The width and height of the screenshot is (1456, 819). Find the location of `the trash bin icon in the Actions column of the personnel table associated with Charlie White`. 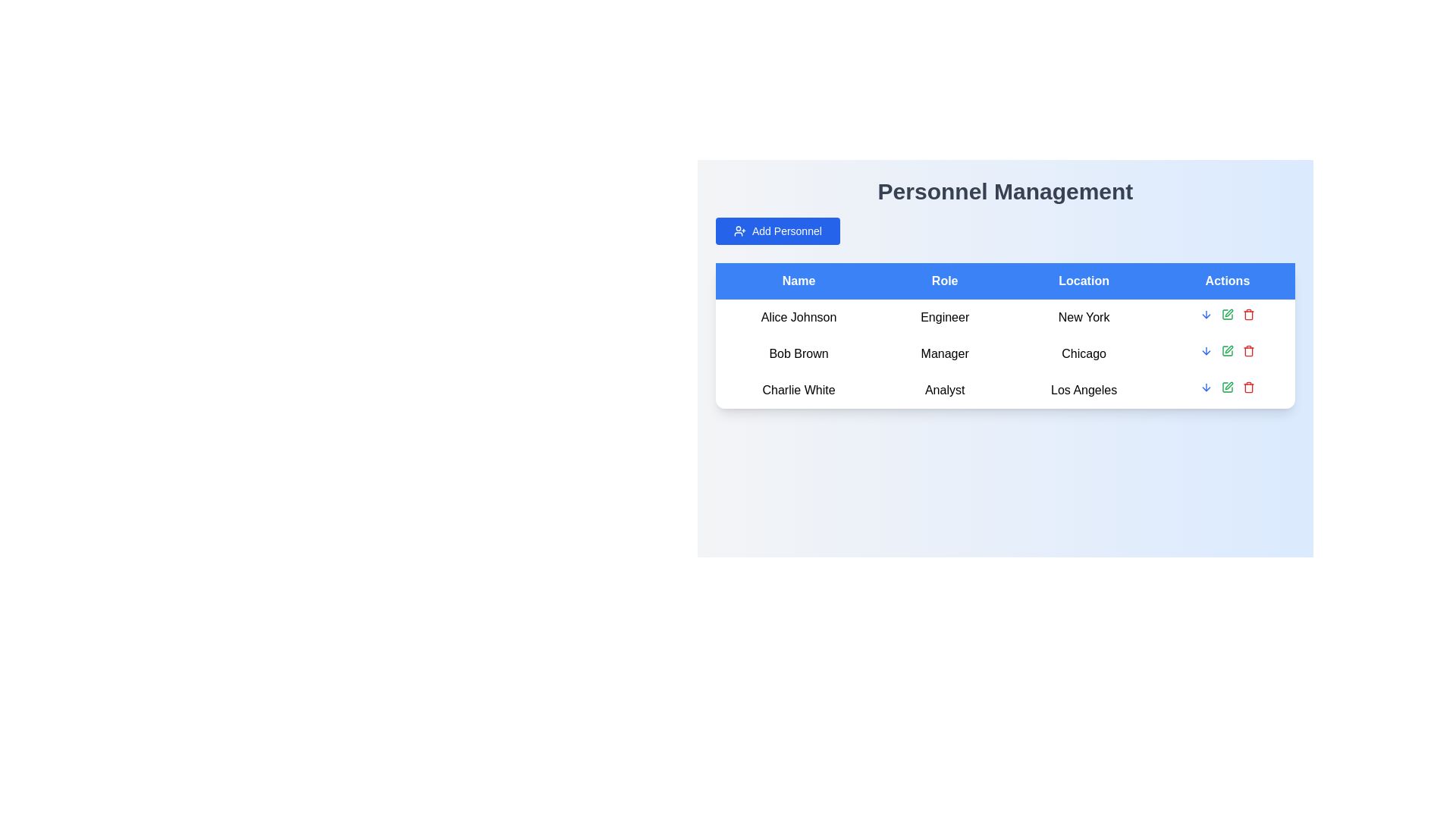

the trash bin icon in the Actions column of the personnel table associated with Charlie White is located at coordinates (1248, 388).